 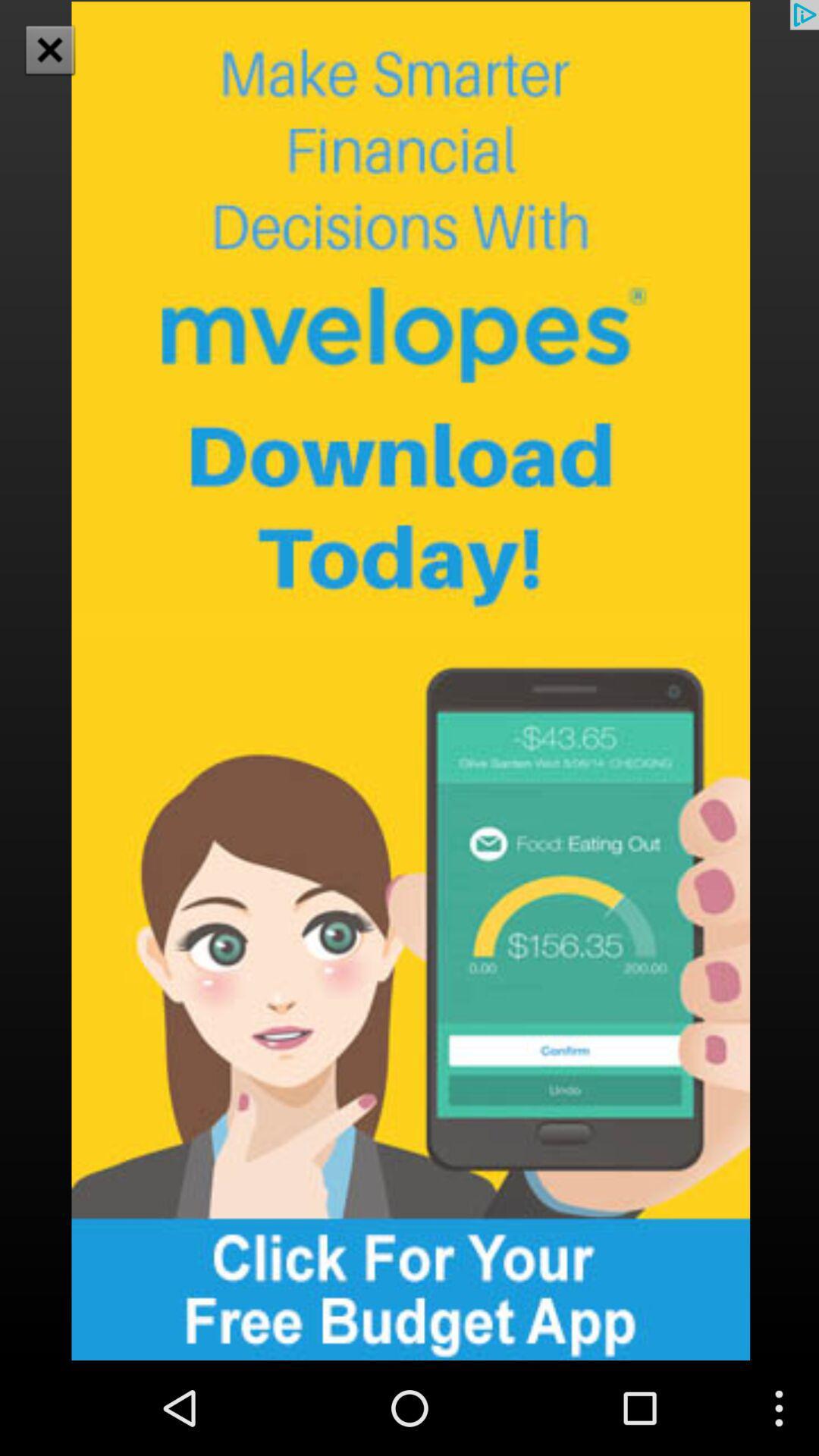 What do you see at coordinates (69, 74) in the screenshot?
I see `the close icon` at bounding box center [69, 74].